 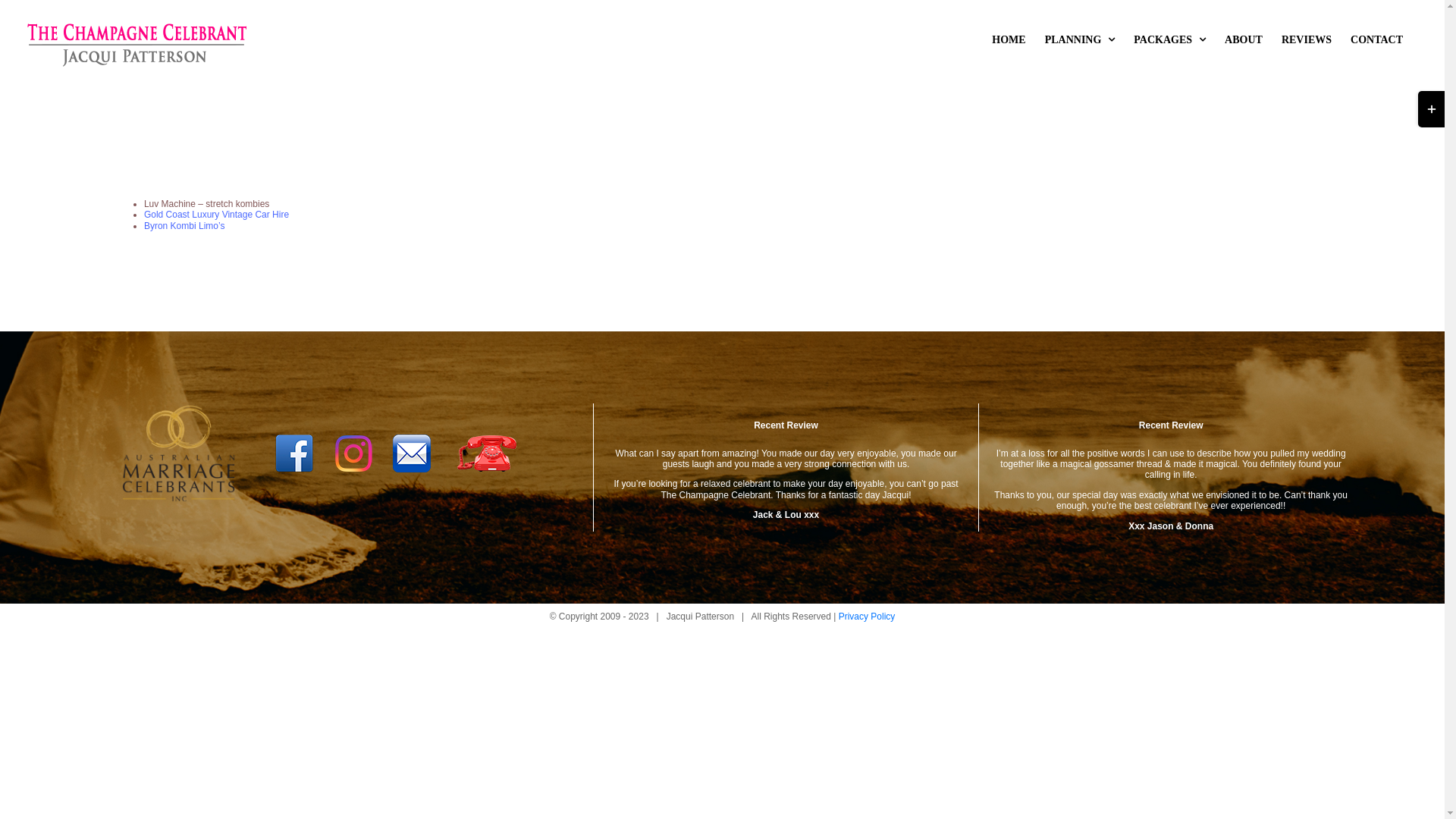 I want to click on 'CONTACT', so click(x=1376, y=39).